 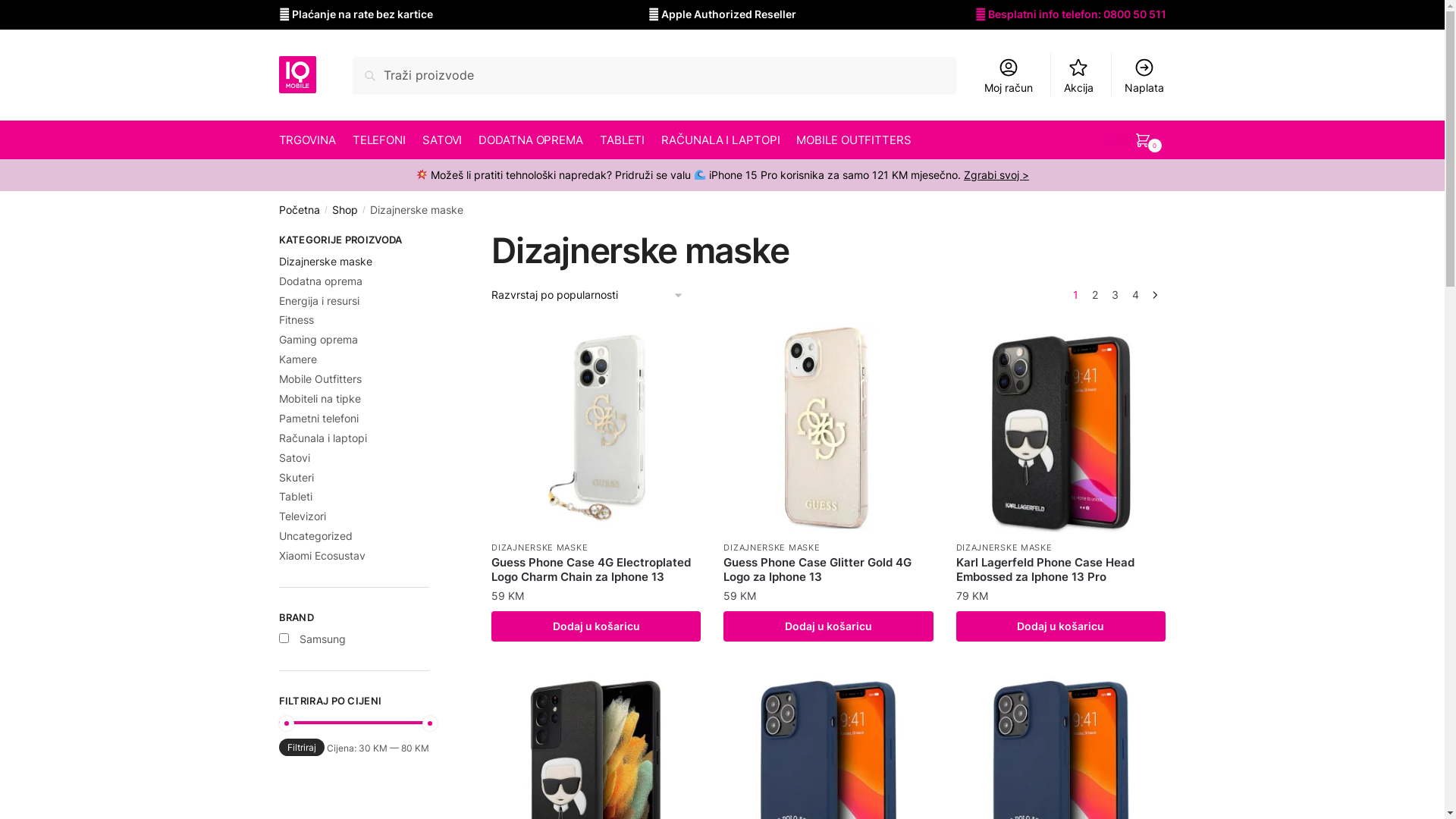 What do you see at coordinates (1115, 295) in the screenshot?
I see `'3'` at bounding box center [1115, 295].